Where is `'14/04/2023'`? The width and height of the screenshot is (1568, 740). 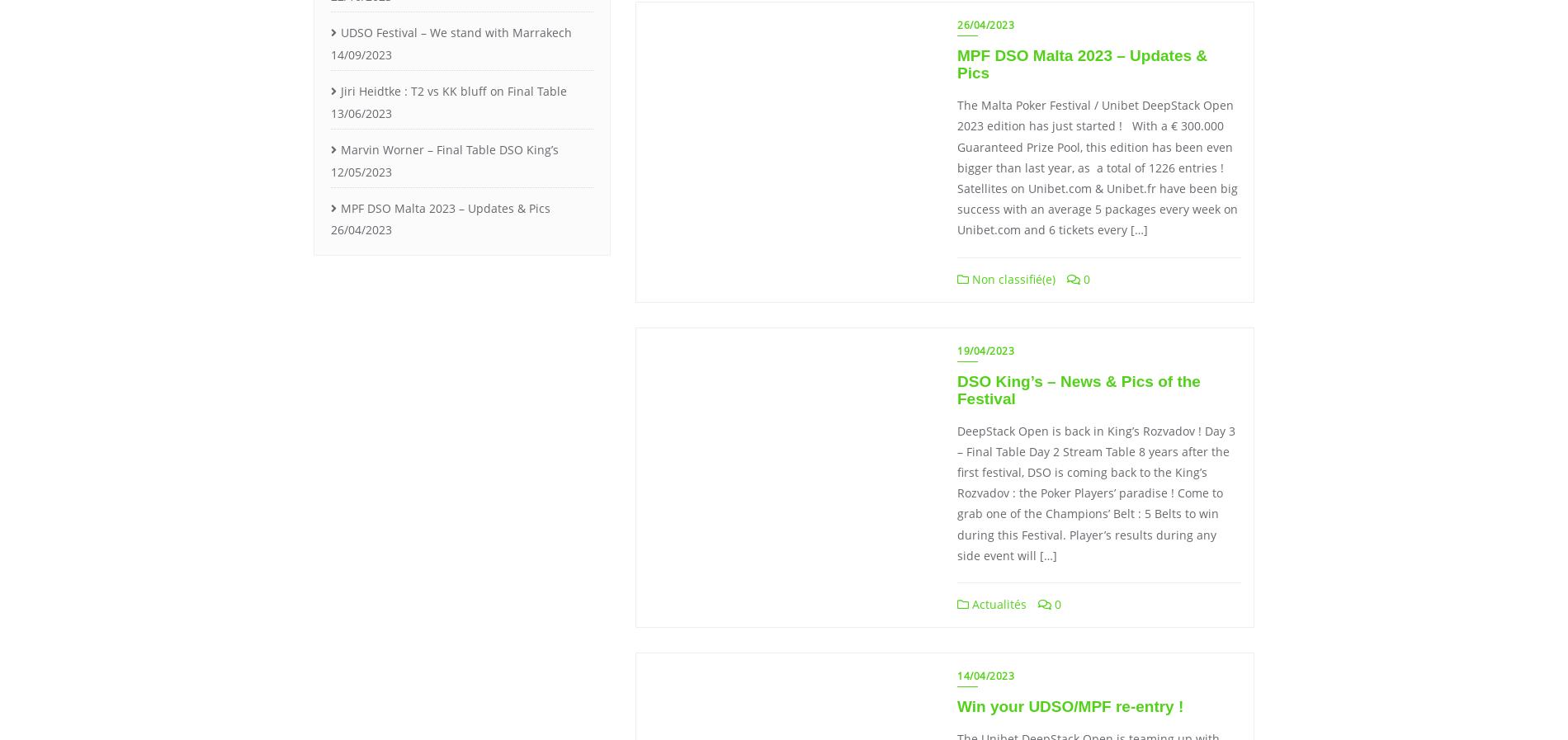 '14/04/2023' is located at coordinates (985, 676).